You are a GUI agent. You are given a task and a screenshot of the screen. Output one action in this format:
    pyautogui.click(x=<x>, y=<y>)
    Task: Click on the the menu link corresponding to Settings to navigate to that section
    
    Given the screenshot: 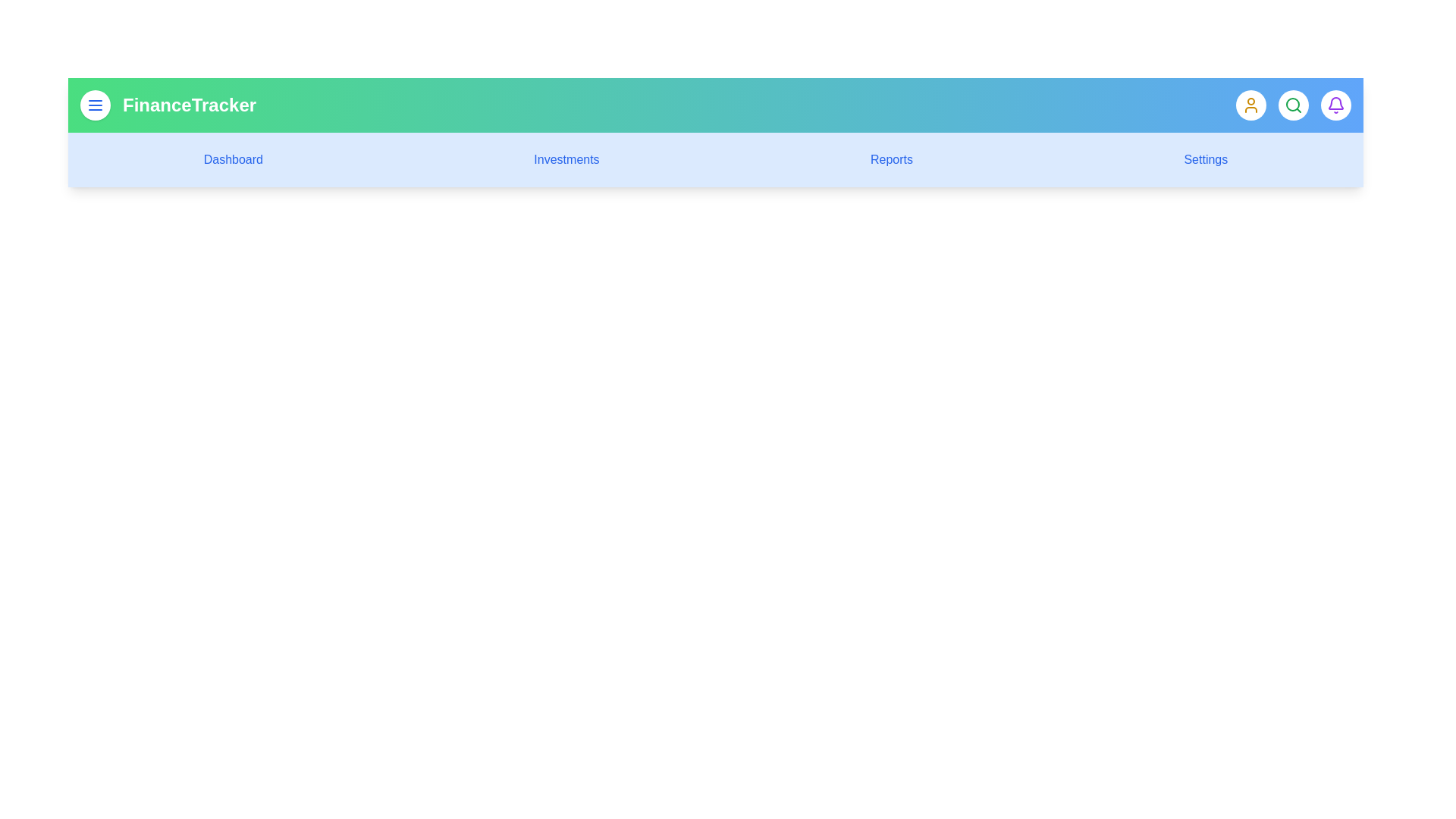 What is the action you would take?
    pyautogui.click(x=1204, y=160)
    